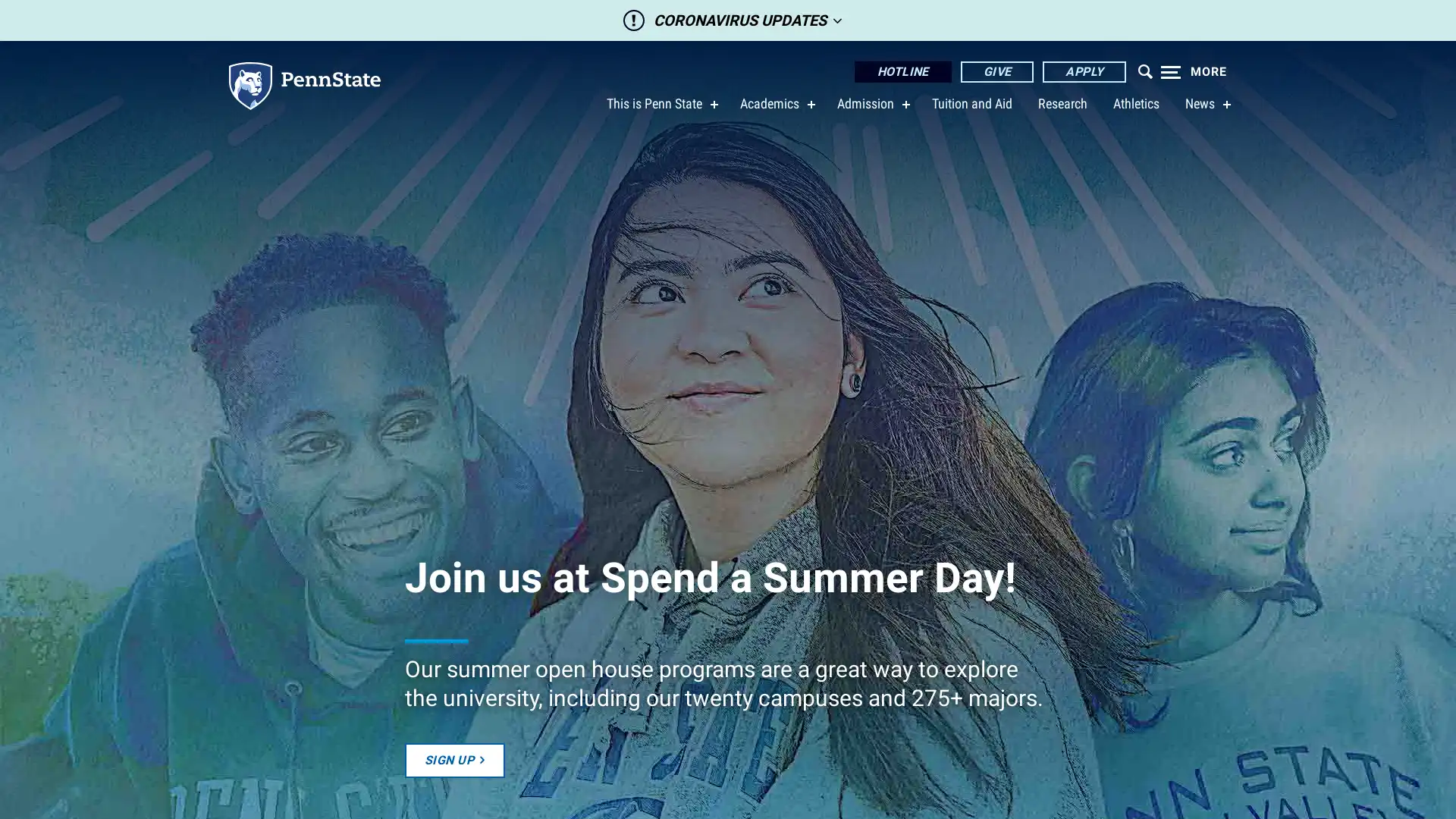  What do you see at coordinates (804, 104) in the screenshot?
I see `show submenu for Academics` at bounding box center [804, 104].